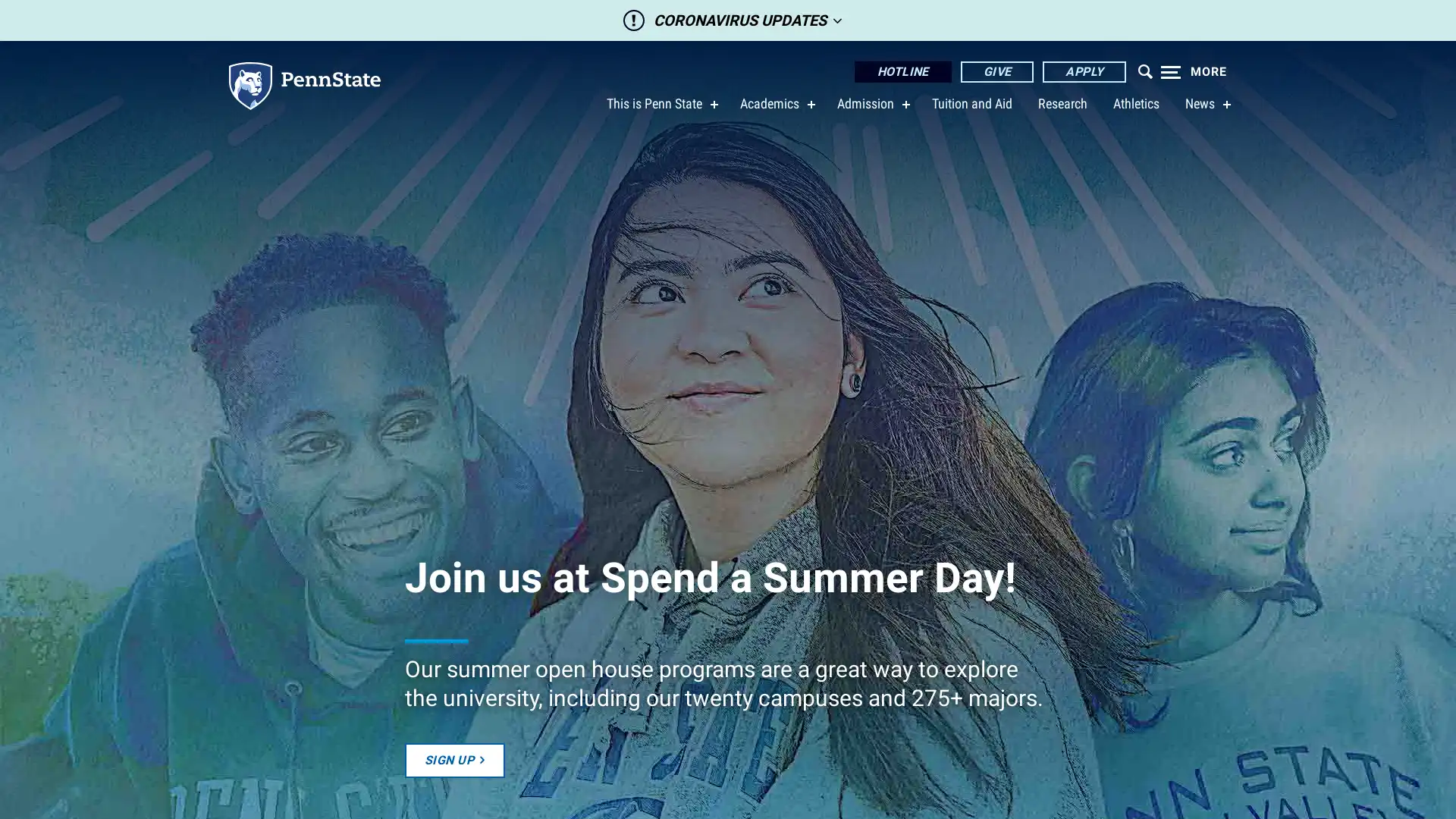  What do you see at coordinates (804, 104) in the screenshot?
I see `show submenu for Academics` at bounding box center [804, 104].